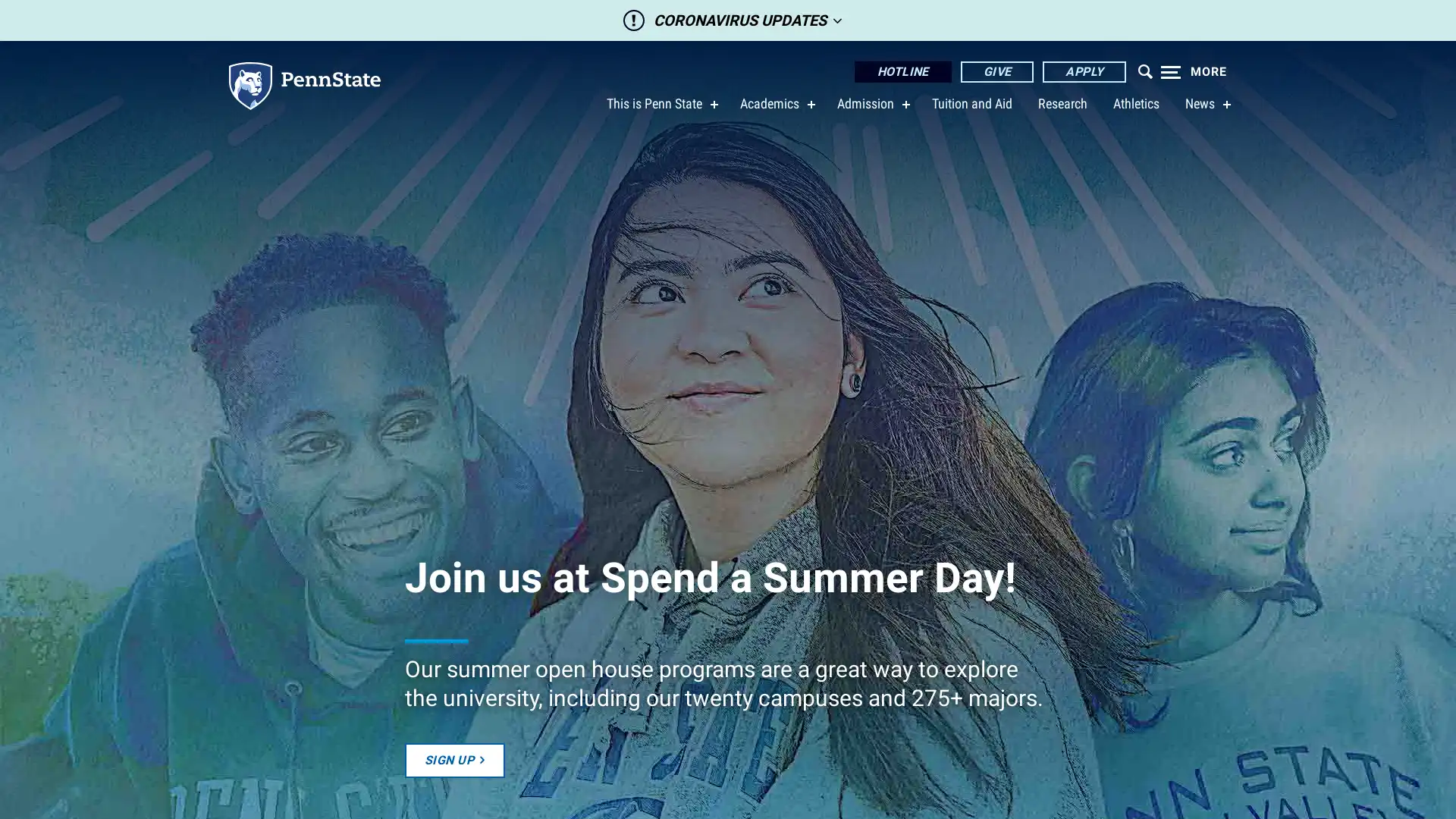  What do you see at coordinates (804, 104) in the screenshot?
I see `show submenu for Academics` at bounding box center [804, 104].